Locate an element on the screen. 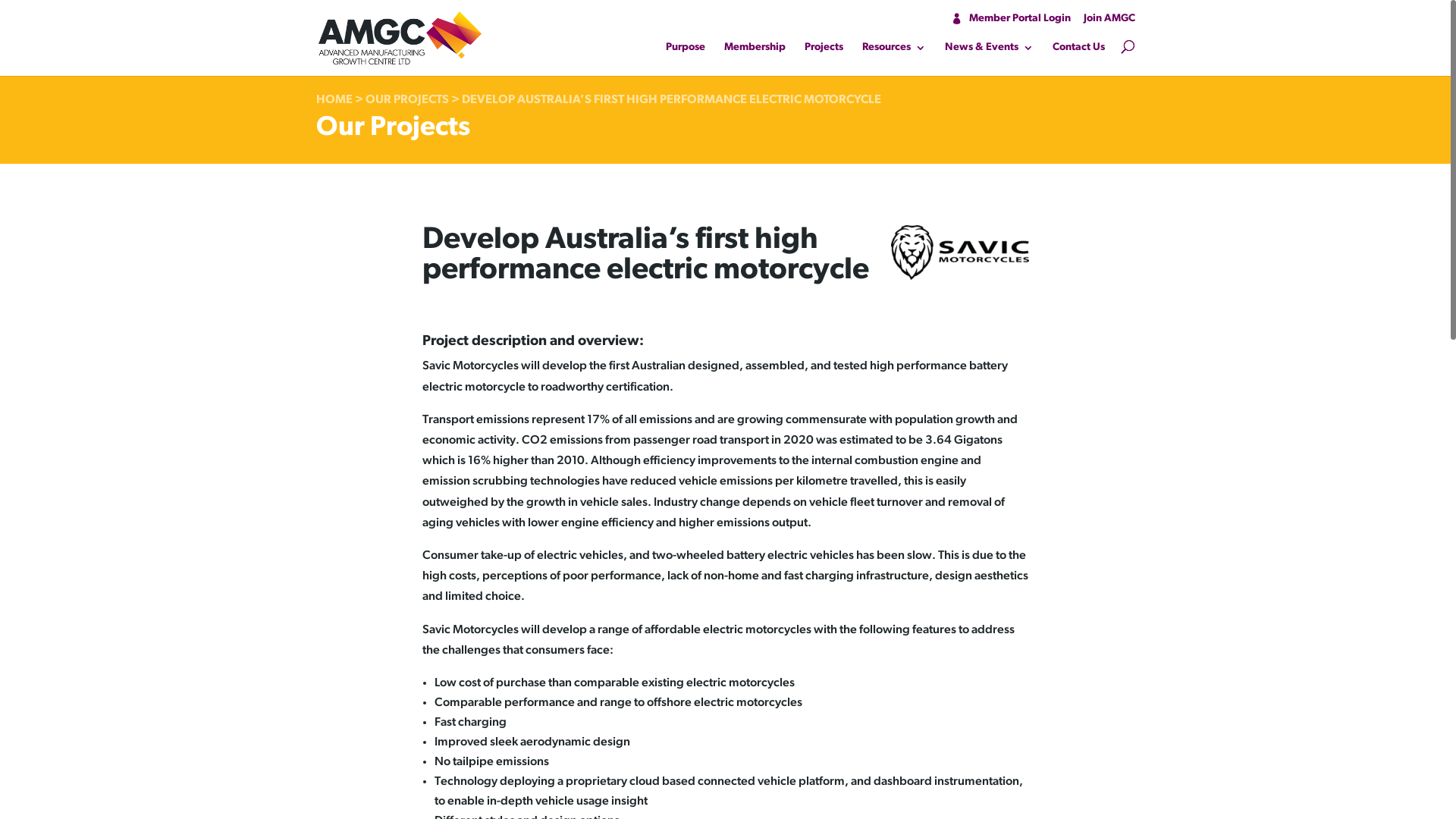  'OUR PROJECTS' is located at coordinates (365, 99).